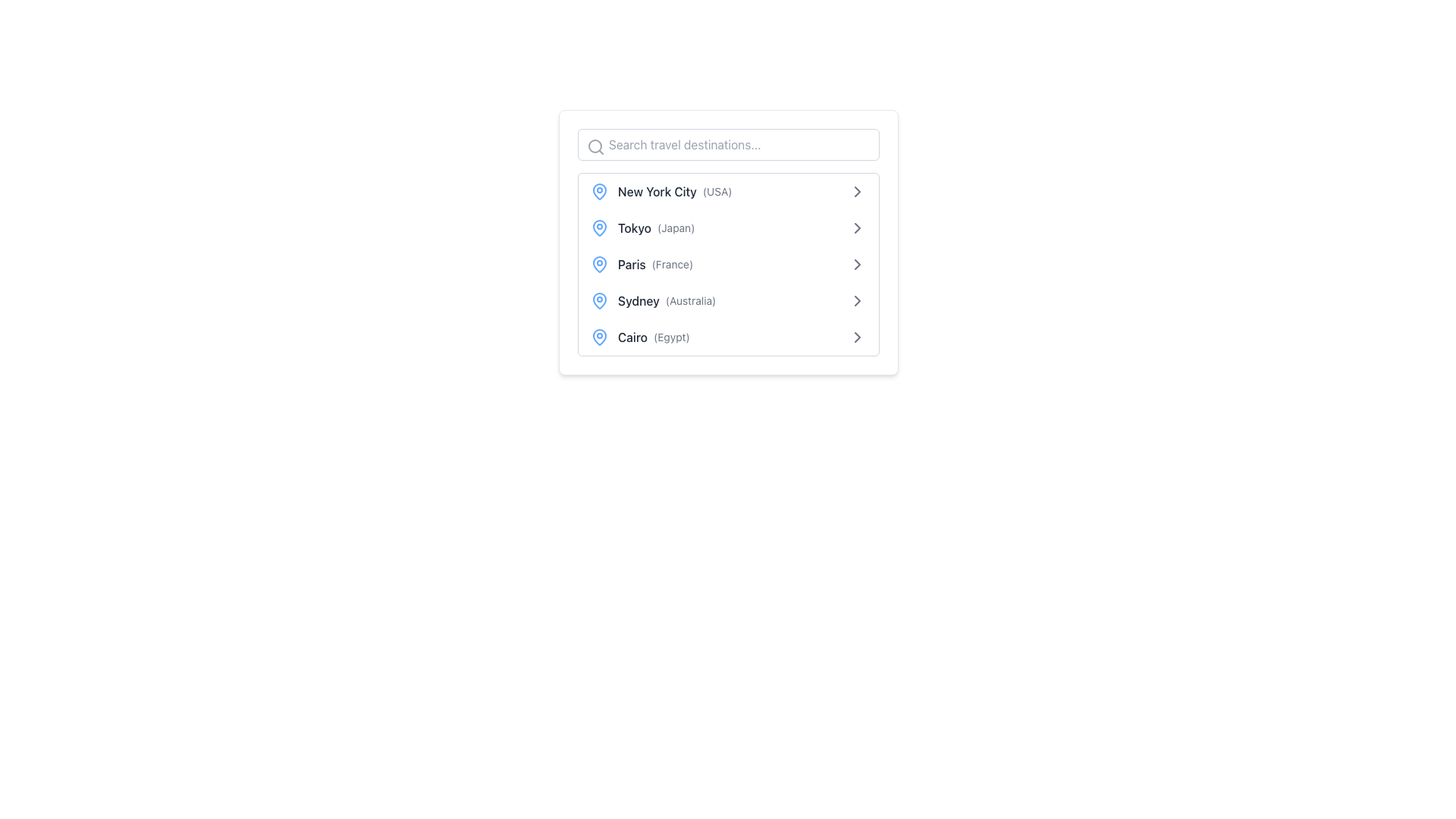 The height and width of the screenshot is (819, 1456). I want to click on the text label indicating the country 'France' that is located to the right of the city label 'Paris' in the vertical list of city and country names, so click(672, 263).